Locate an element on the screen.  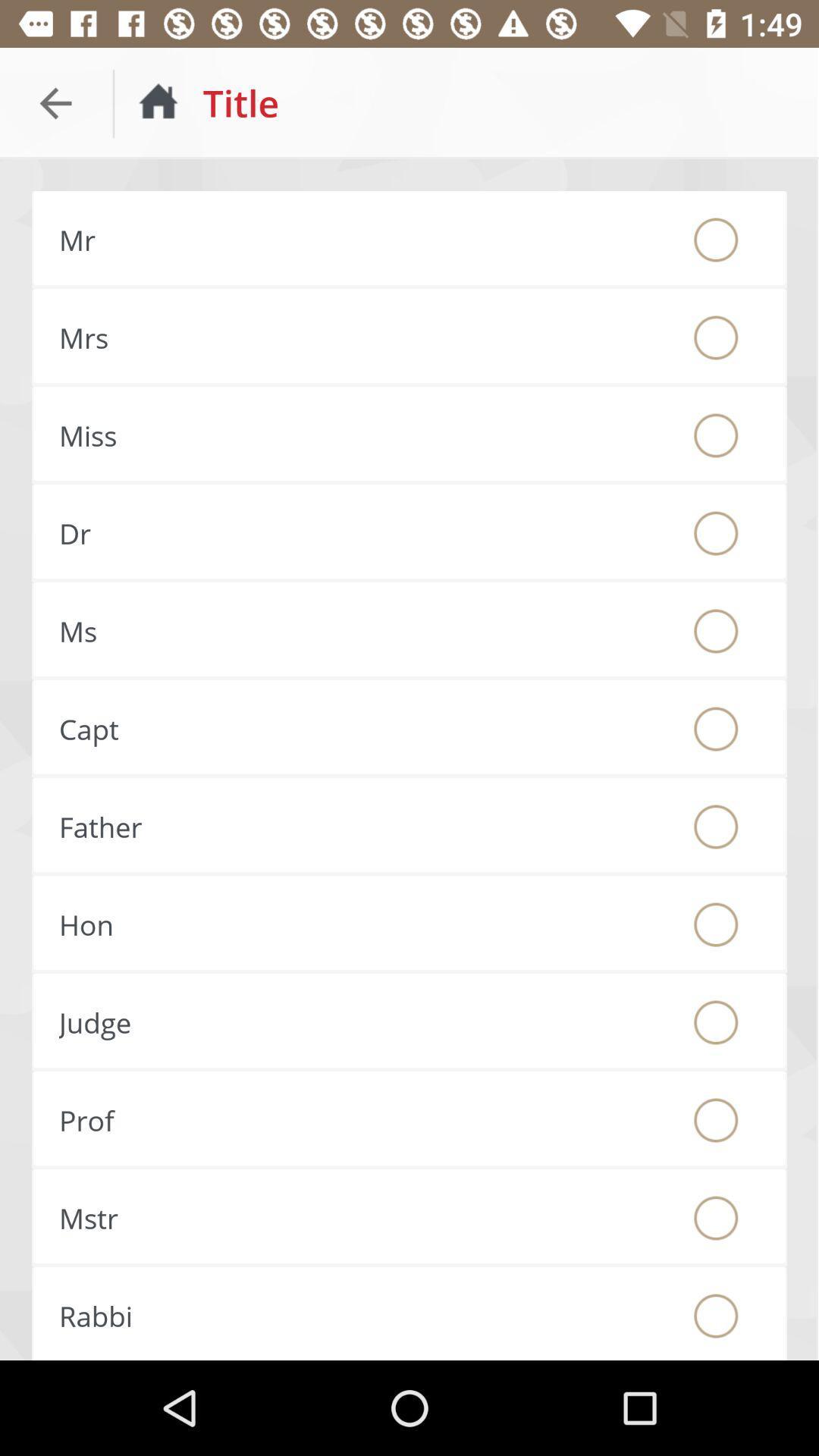
choose title rabbi is located at coordinates (716, 1315).